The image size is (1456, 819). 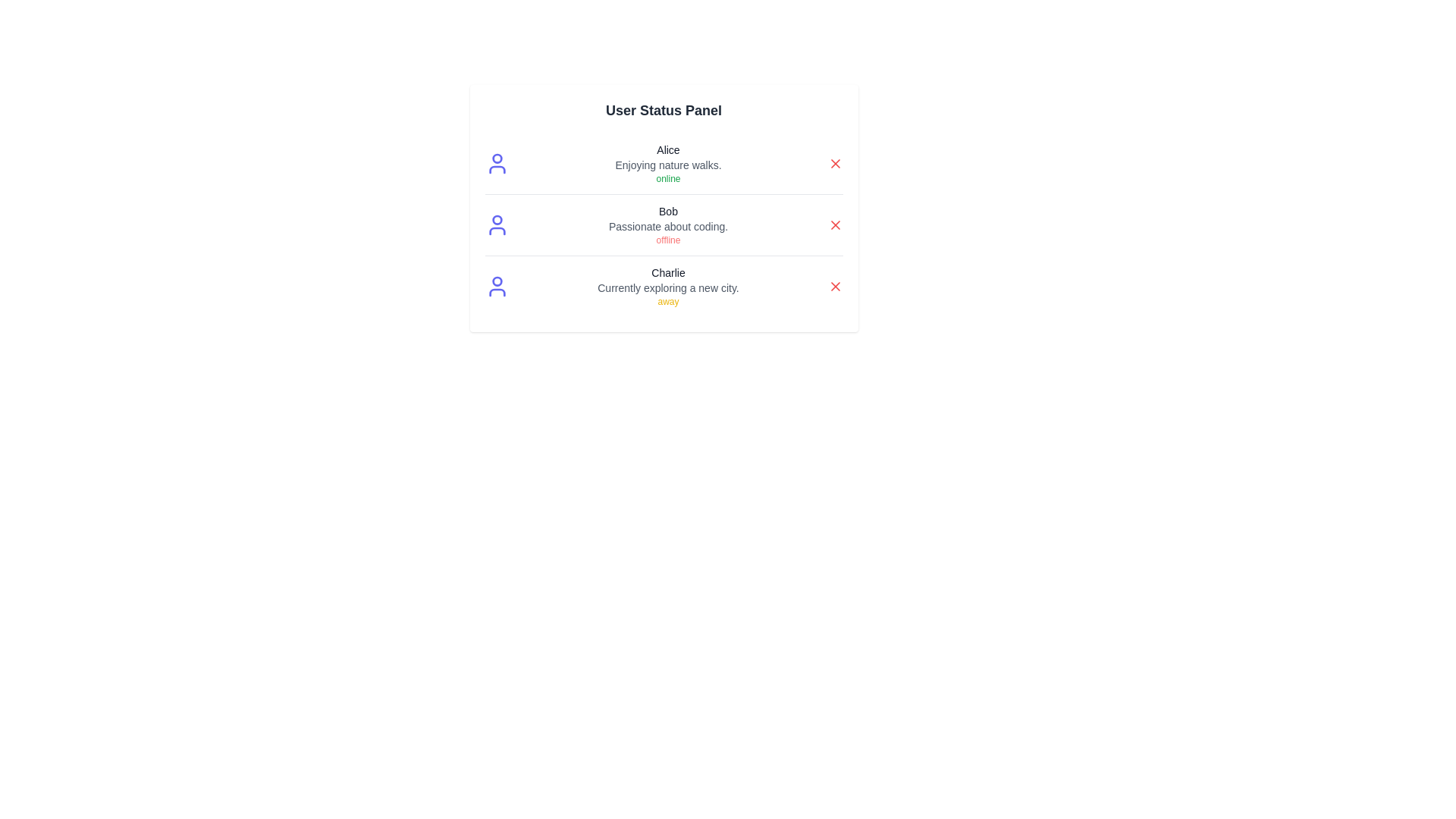 What do you see at coordinates (664, 208) in the screenshot?
I see `the individual user entries within the display panel for more details, as this element serves as a structured summary of user activities and availability` at bounding box center [664, 208].